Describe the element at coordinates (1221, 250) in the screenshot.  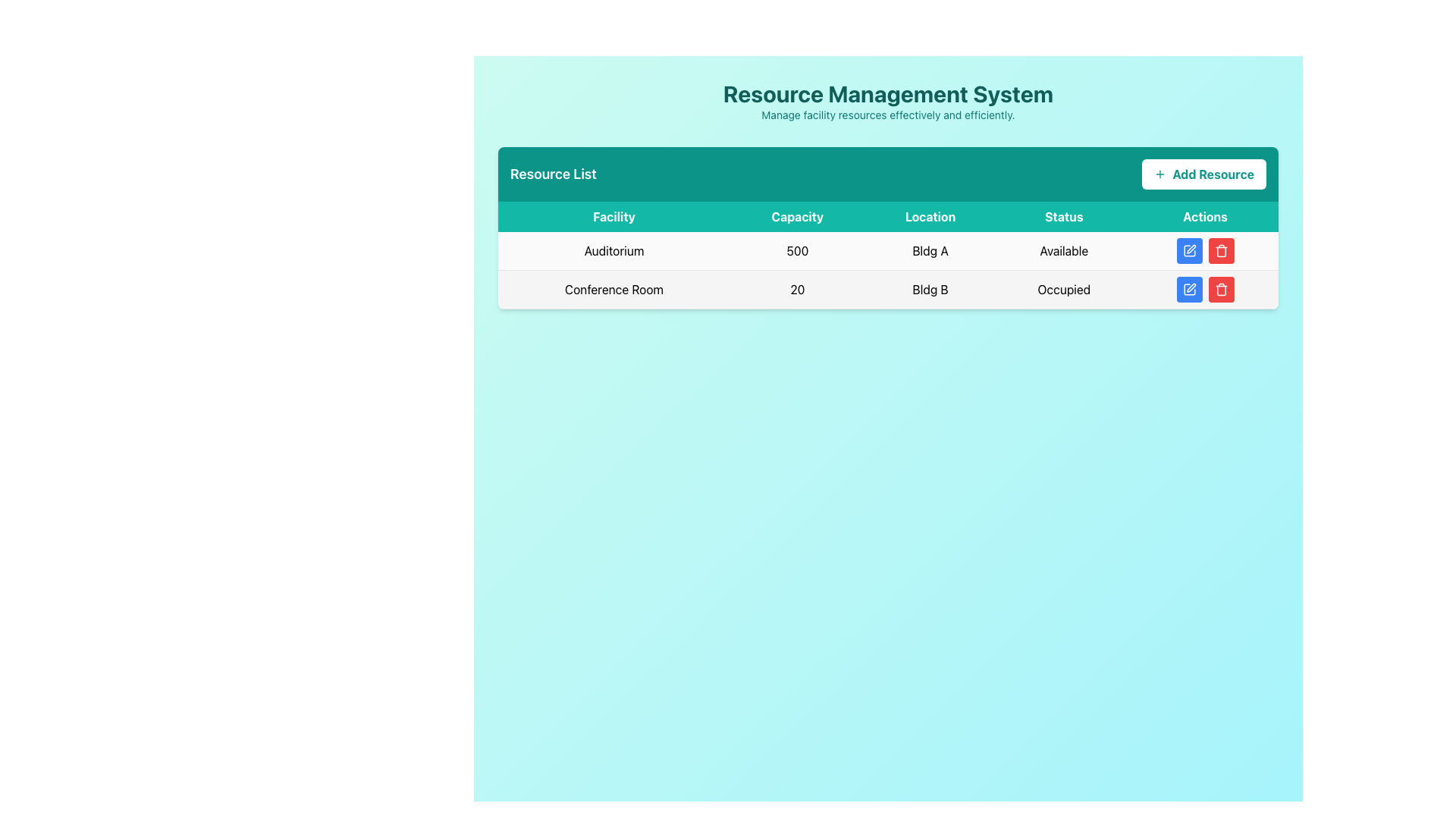
I see `the delete button for the 'Conference Room' entry located in the rightmost column of the resource table` at that location.